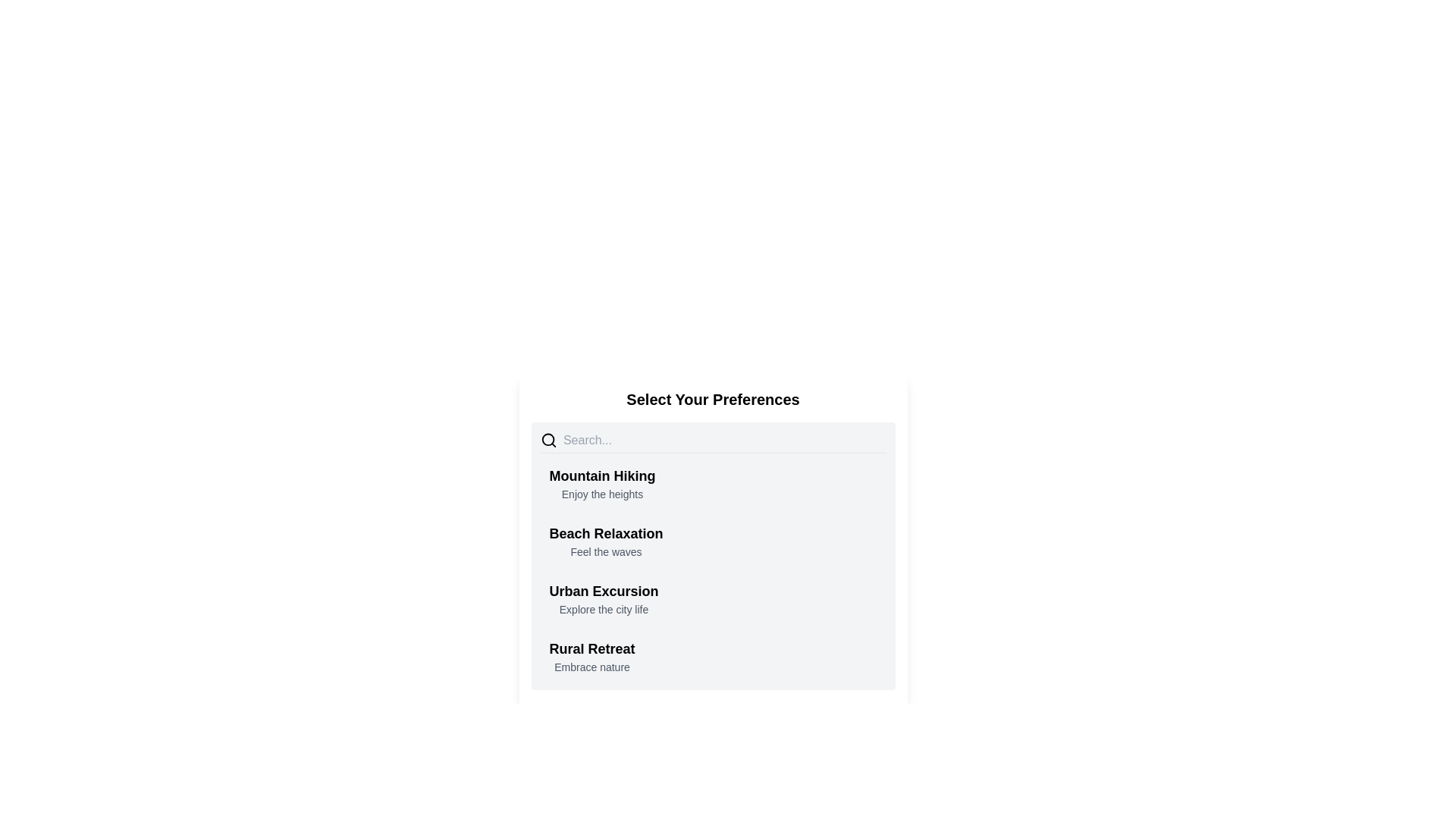  I want to click on the 'Rural Retreat' list item, which is the fourth item in the preferences list, so click(712, 656).